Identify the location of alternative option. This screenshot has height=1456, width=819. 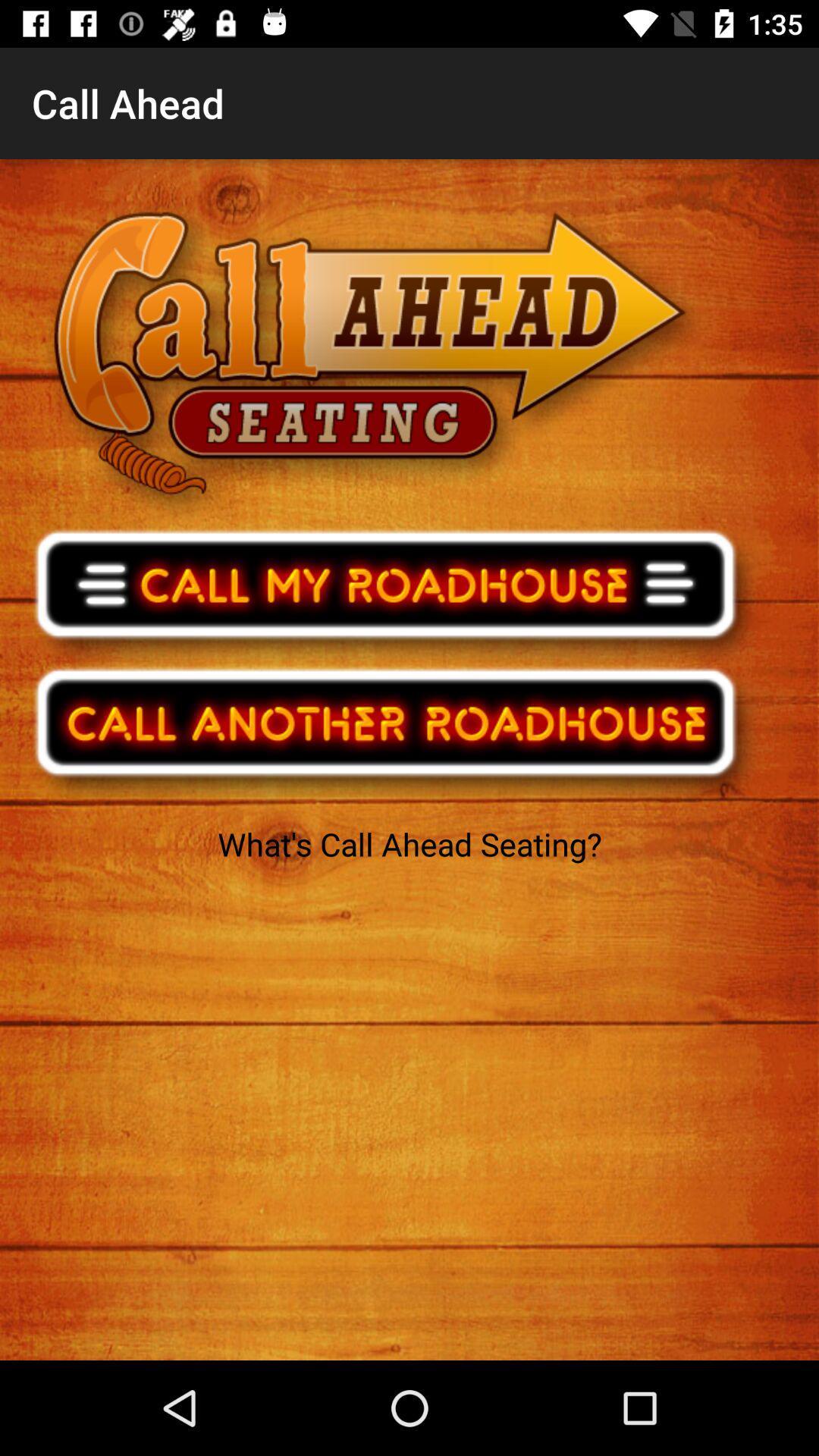
(395, 732).